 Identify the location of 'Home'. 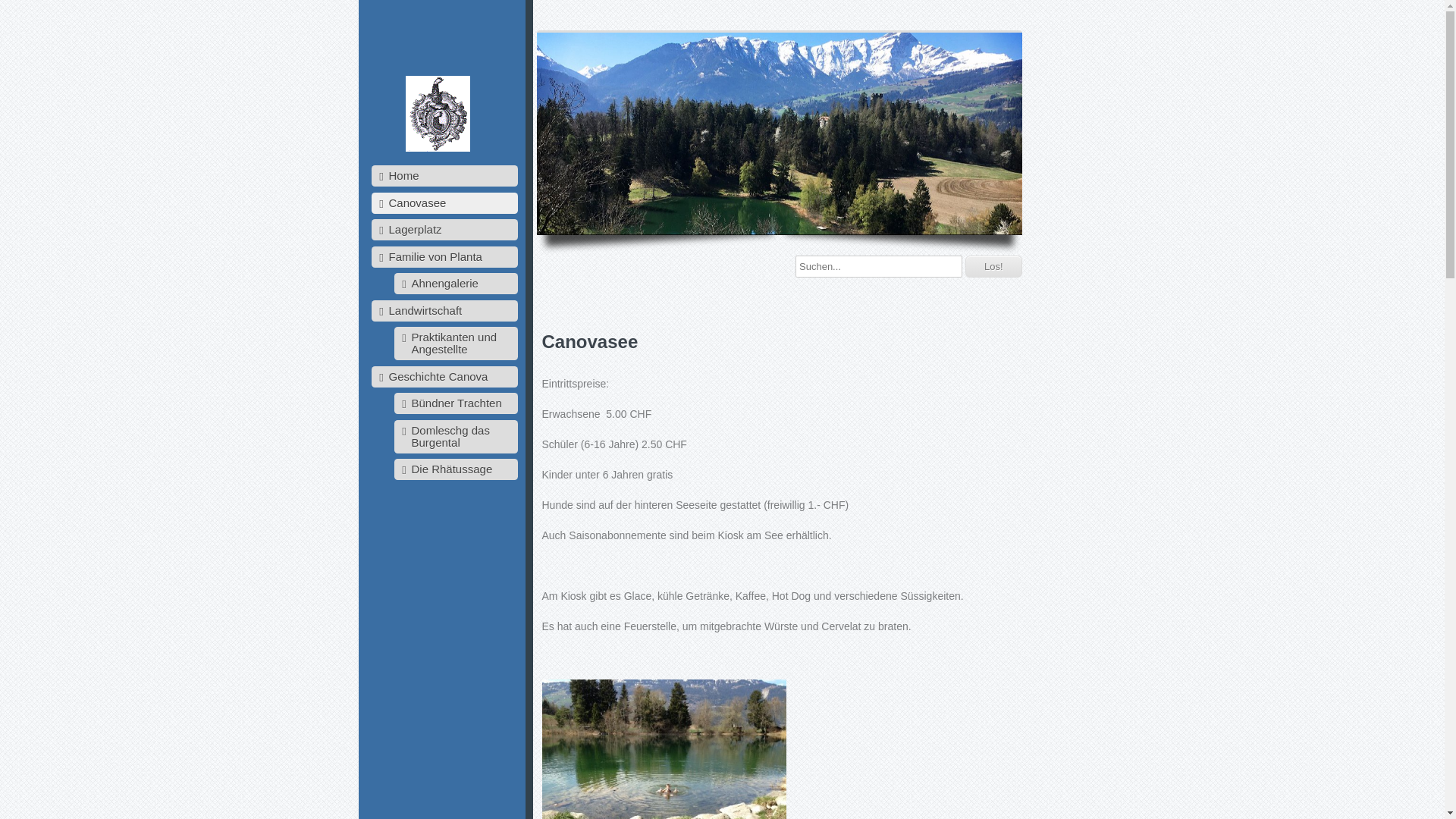
(444, 174).